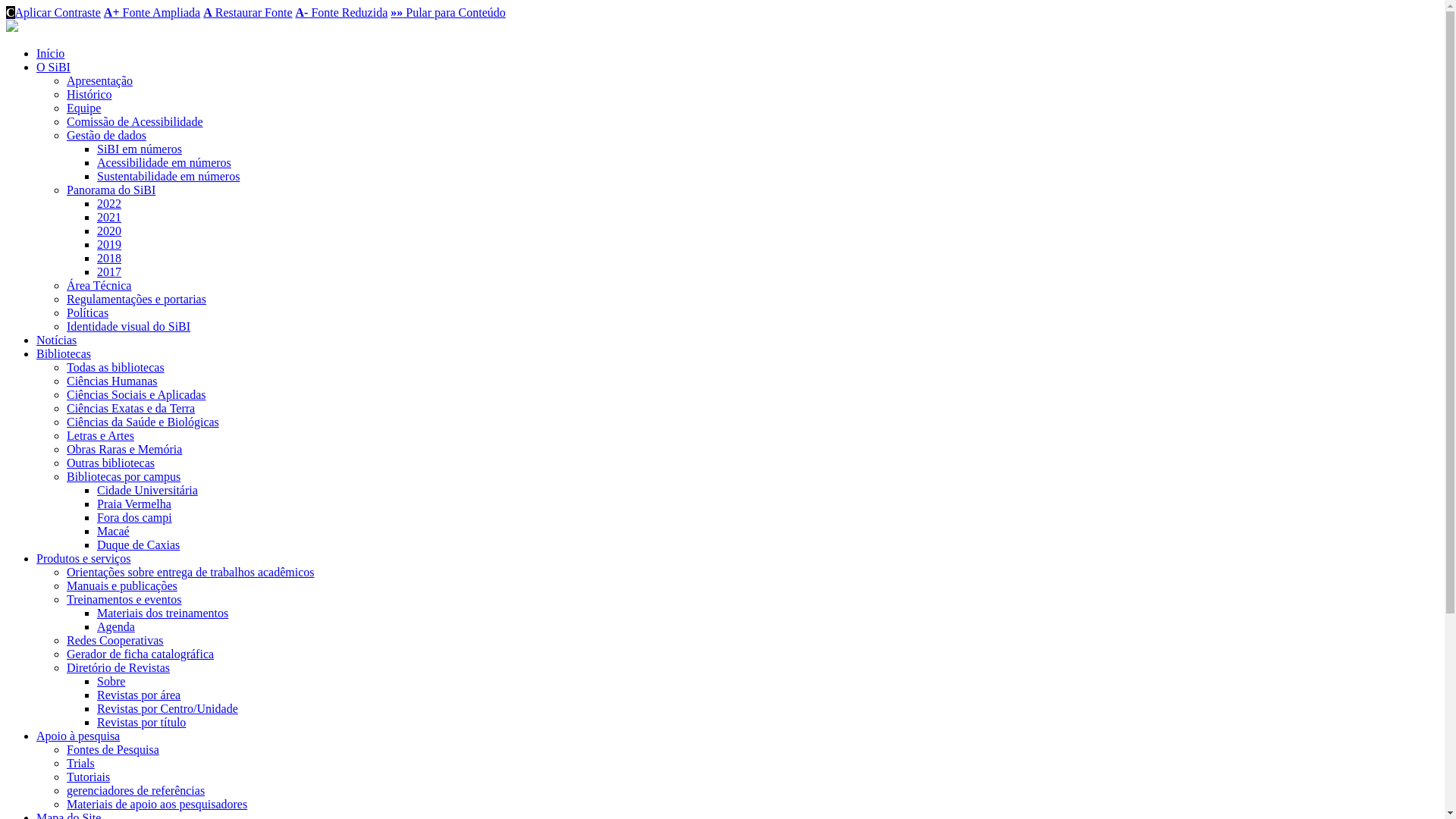 The height and width of the screenshot is (819, 1456). I want to click on '2020', so click(108, 231).